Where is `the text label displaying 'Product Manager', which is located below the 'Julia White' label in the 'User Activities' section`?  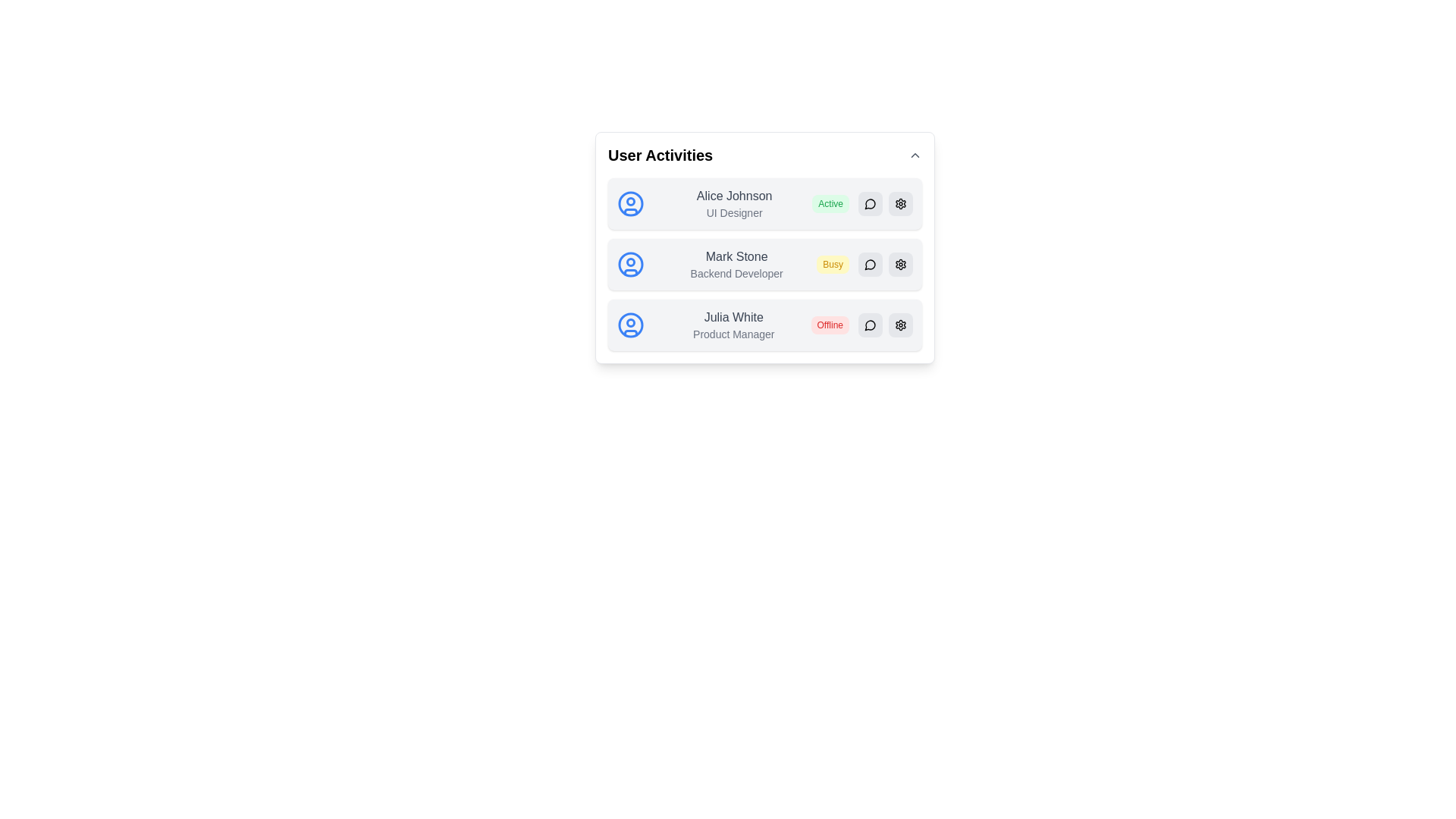 the text label displaying 'Product Manager', which is located below the 'Julia White' label in the 'User Activities' section is located at coordinates (733, 333).